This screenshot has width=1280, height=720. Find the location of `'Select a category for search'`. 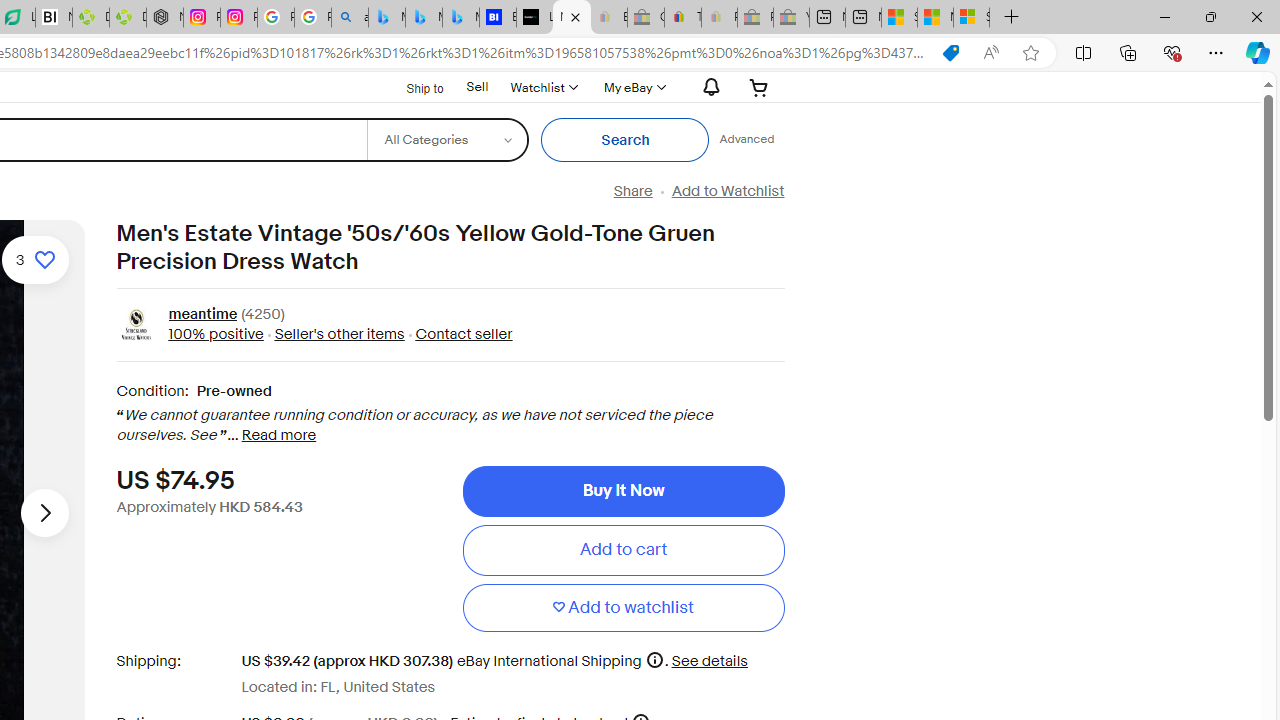

'Select a category for search' is located at coordinates (446, 139).